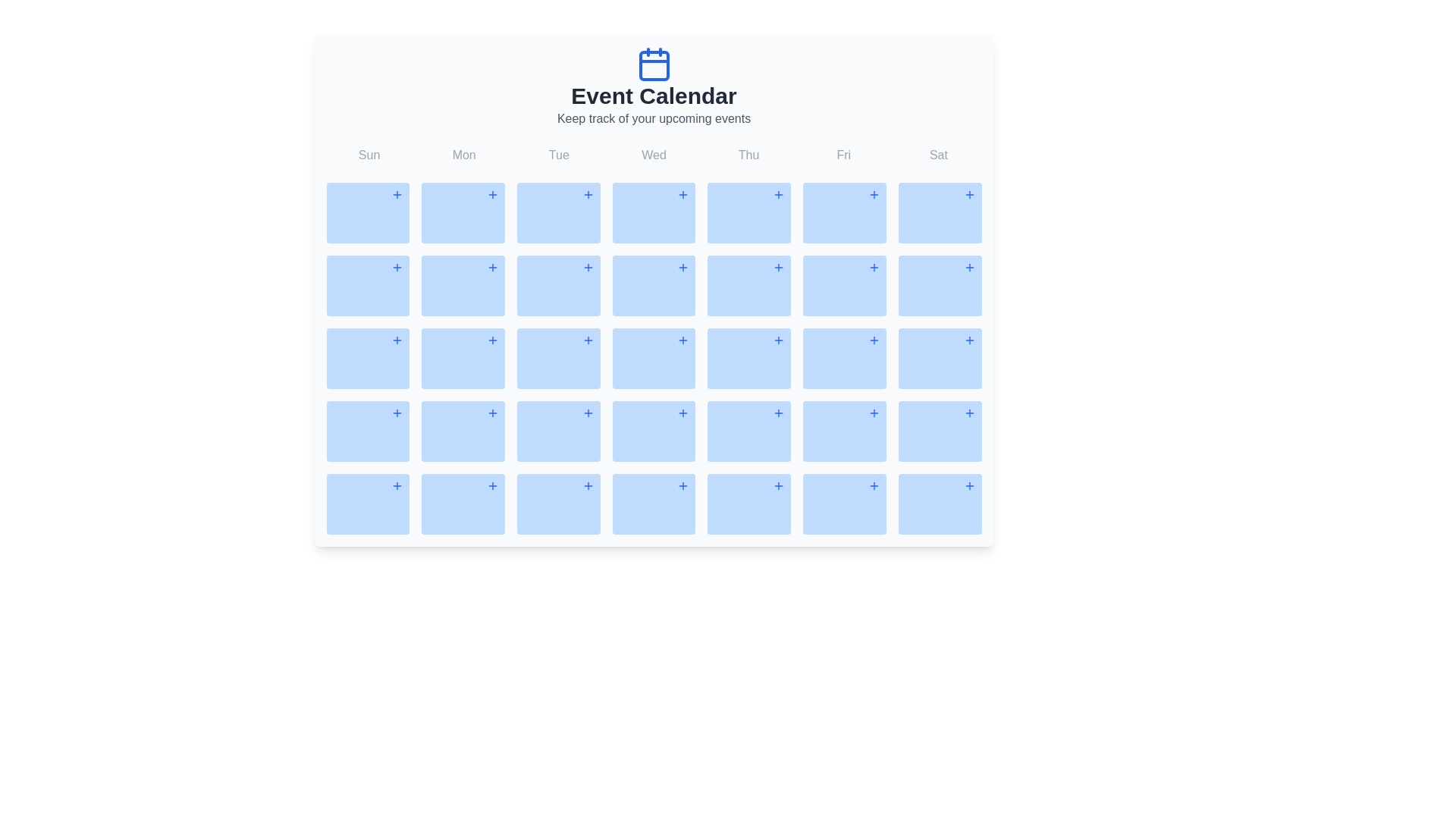 This screenshot has width=1456, height=819. What do you see at coordinates (492, 267) in the screenshot?
I see `the action button located in the top-right corner of the calendar cell under the Monday column in the second row of the grid, which is used to add or create events` at bounding box center [492, 267].